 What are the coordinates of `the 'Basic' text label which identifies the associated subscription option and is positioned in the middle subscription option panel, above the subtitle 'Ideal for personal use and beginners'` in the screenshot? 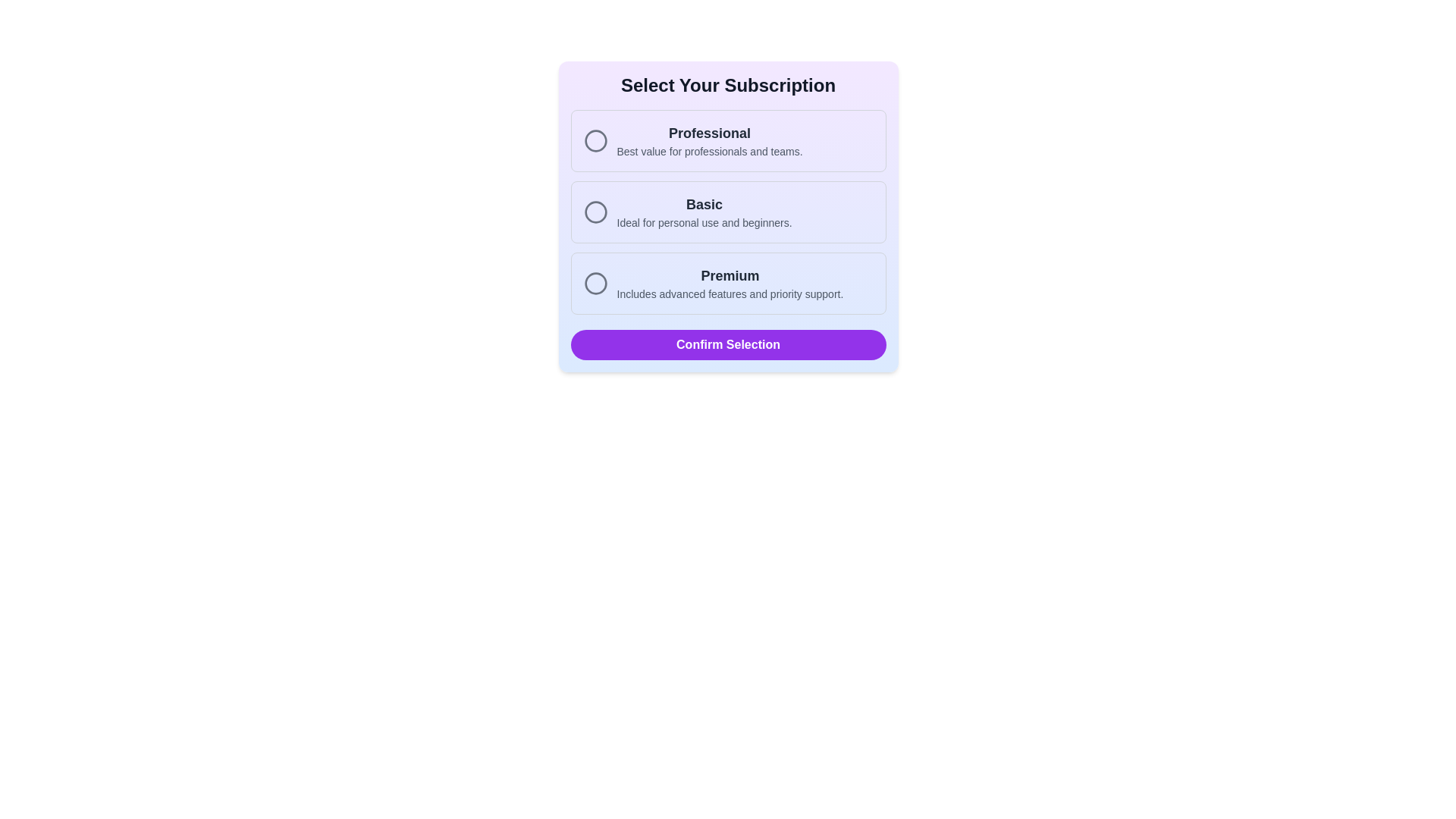 It's located at (704, 205).